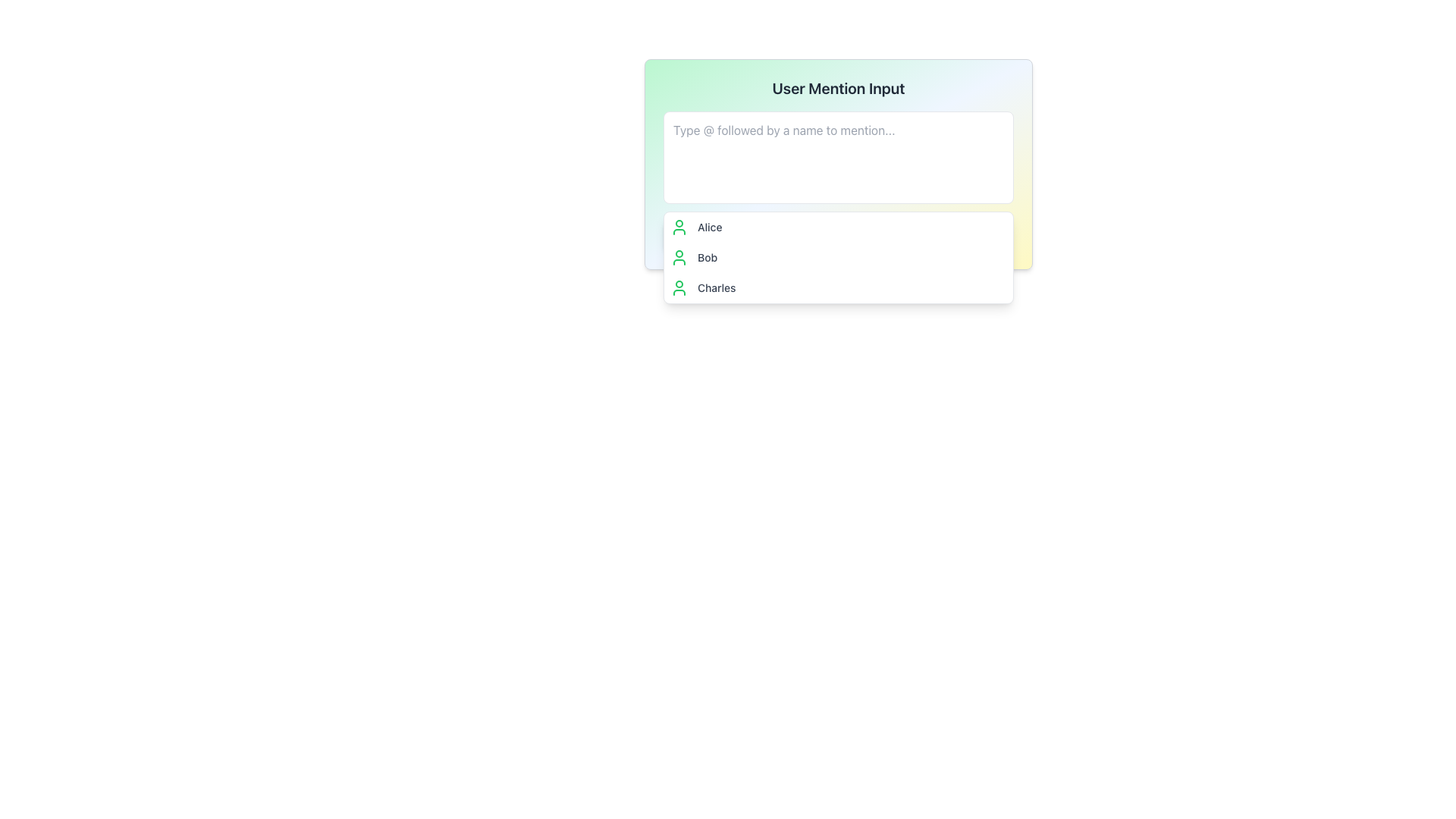 The image size is (1456, 819). What do you see at coordinates (837, 256) in the screenshot?
I see `the second item in the dropdown menu` at bounding box center [837, 256].